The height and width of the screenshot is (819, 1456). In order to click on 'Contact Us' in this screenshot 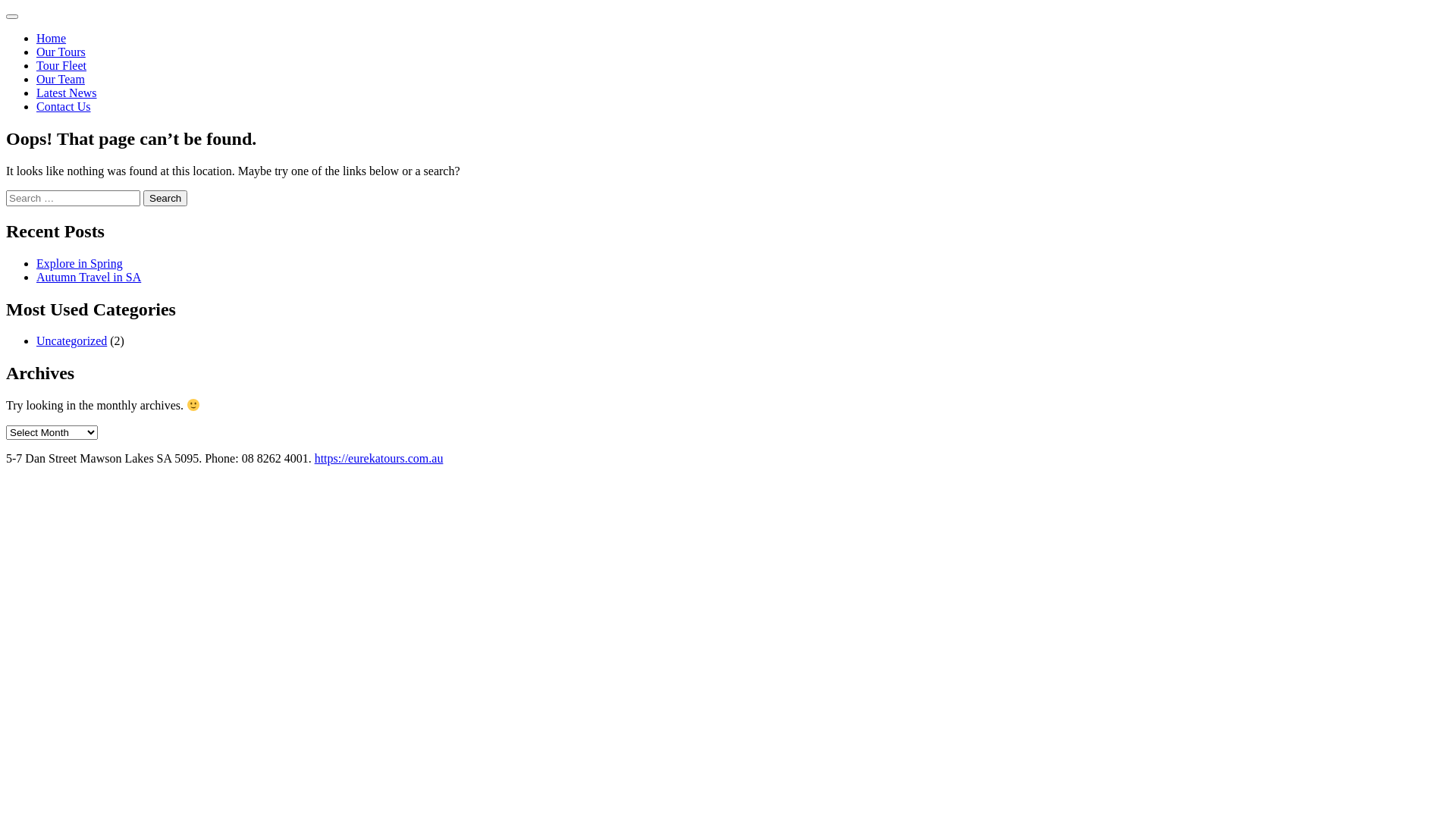, I will do `click(62, 105)`.